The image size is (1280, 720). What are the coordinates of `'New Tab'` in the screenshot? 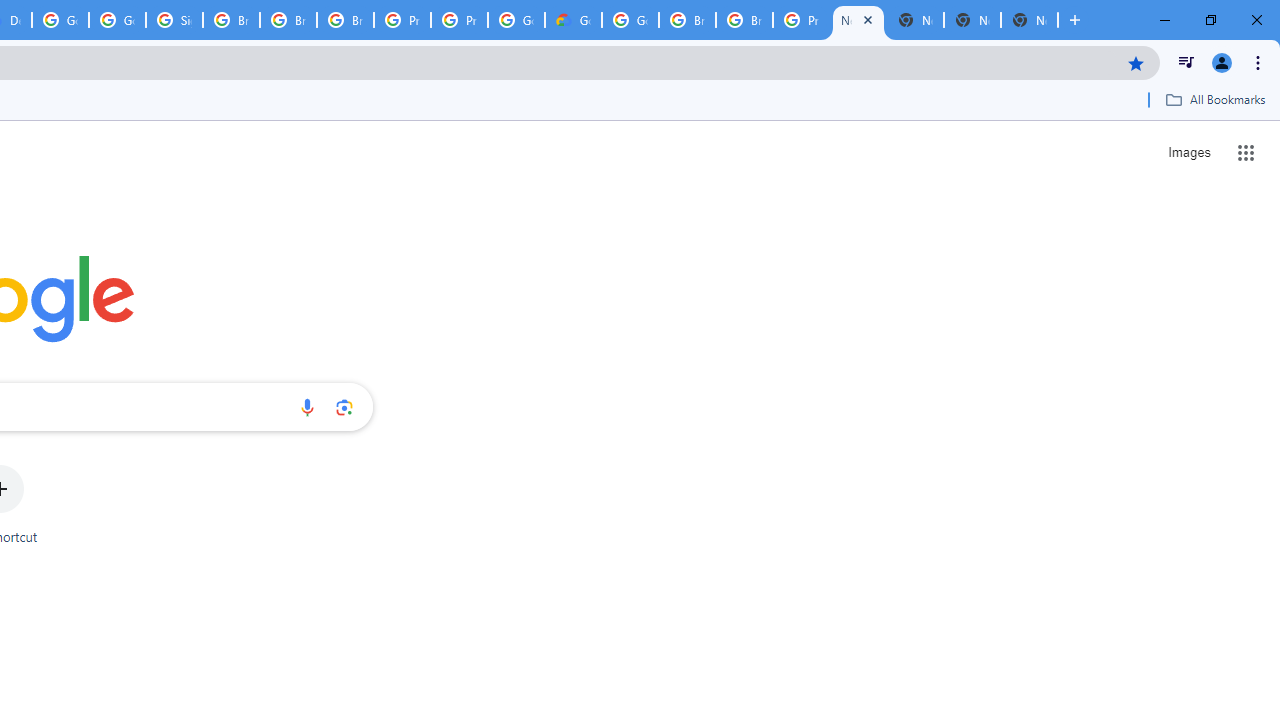 It's located at (1029, 20).